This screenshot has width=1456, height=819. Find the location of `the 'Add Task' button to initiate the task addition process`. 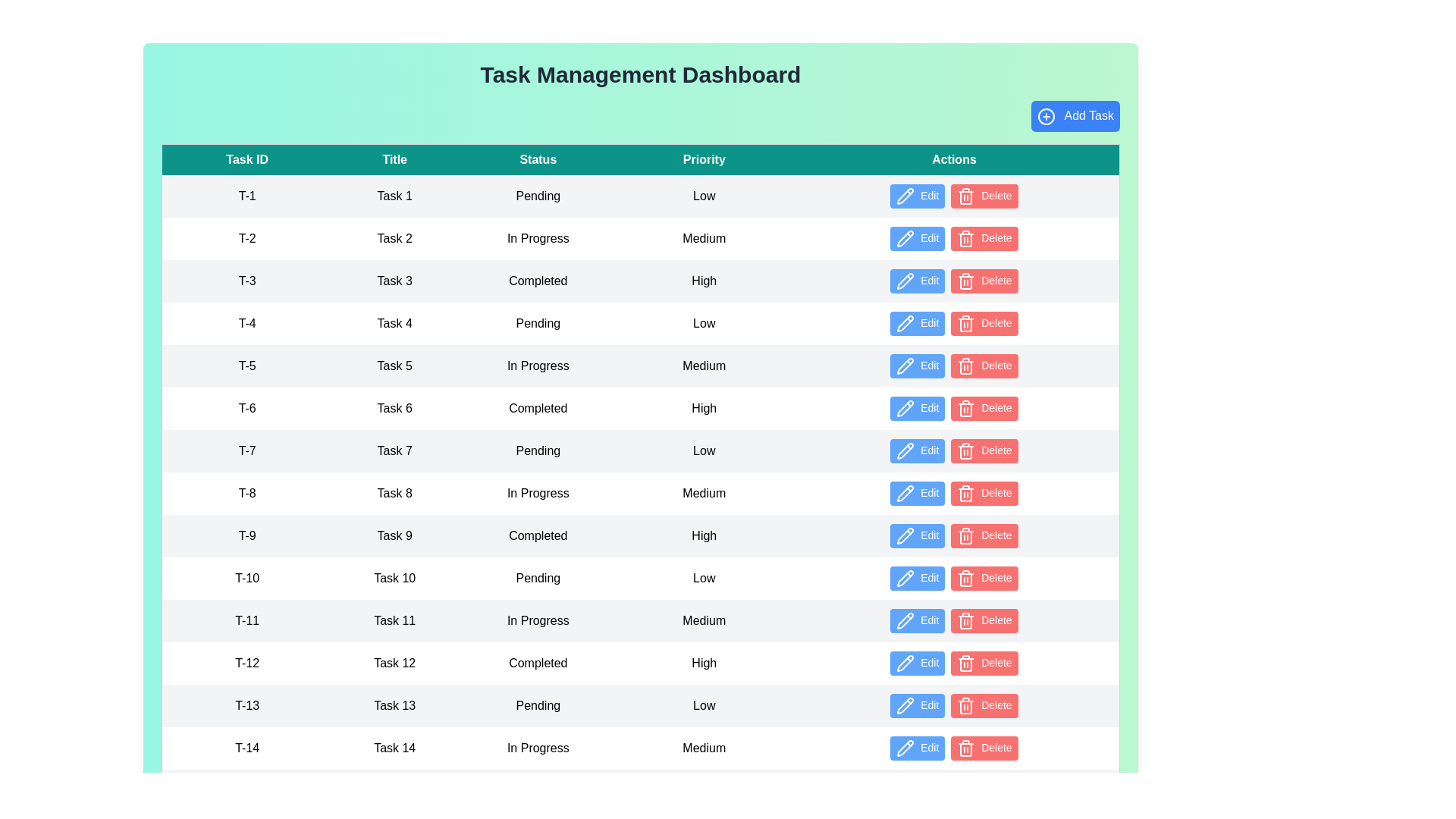

the 'Add Task' button to initiate the task addition process is located at coordinates (1074, 115).